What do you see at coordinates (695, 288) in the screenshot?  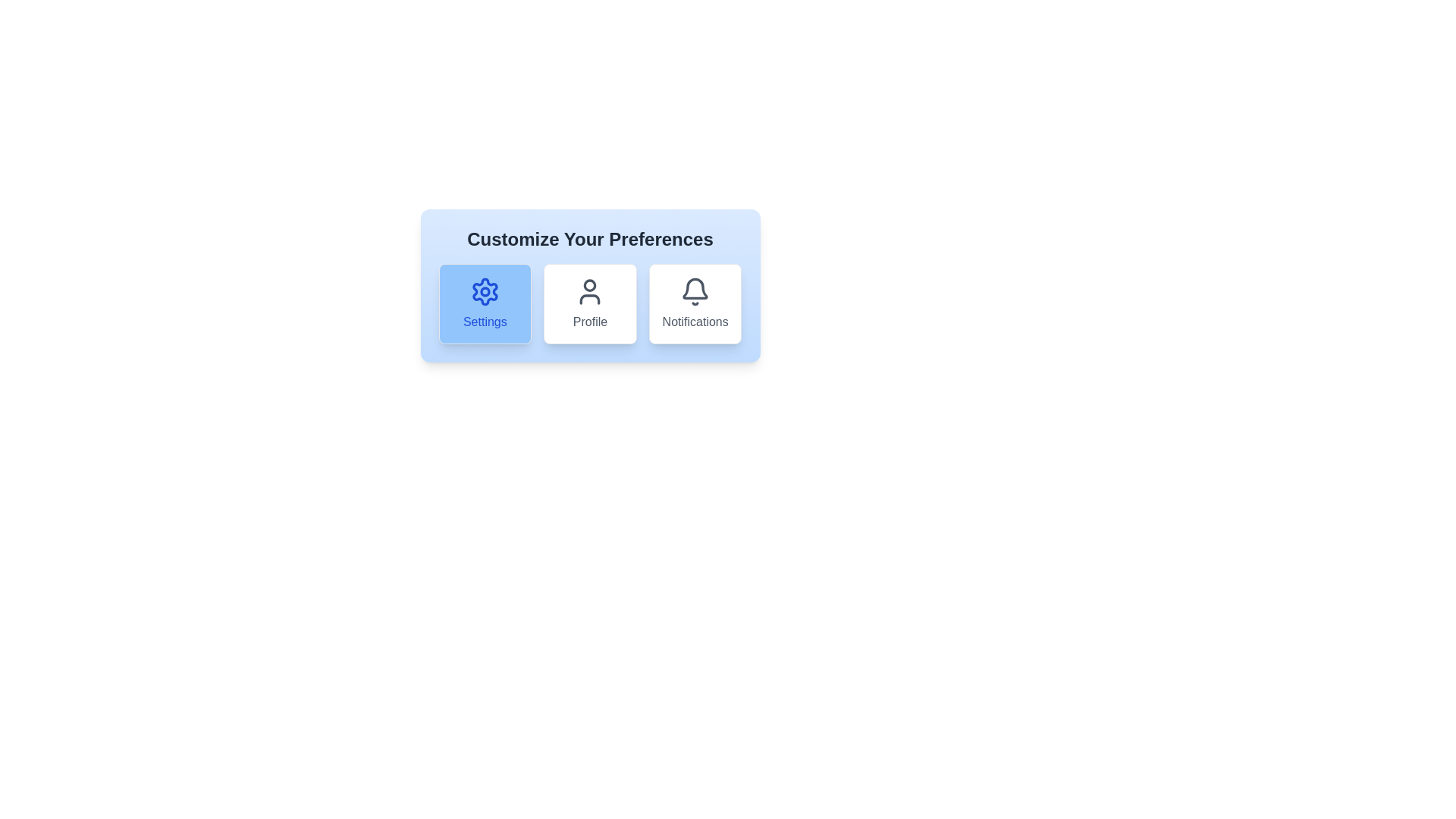 I see `the bell icon in the Notifications section, which is located to the far right within the Notifications card` at bounding box center [695, 288].